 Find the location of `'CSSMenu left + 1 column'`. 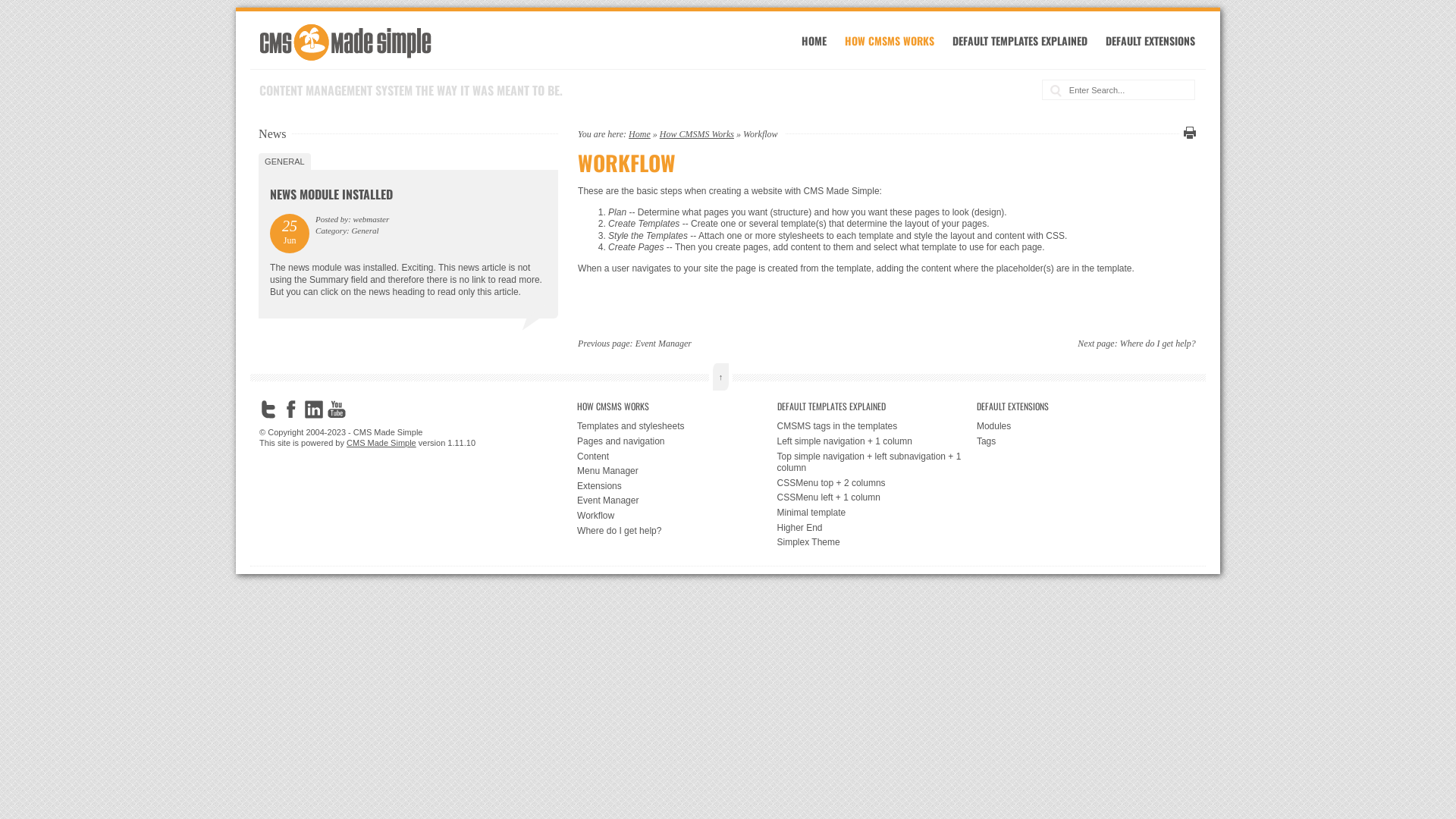

'CSSMenu left + 1 column' is located at coordinates (876, 497).